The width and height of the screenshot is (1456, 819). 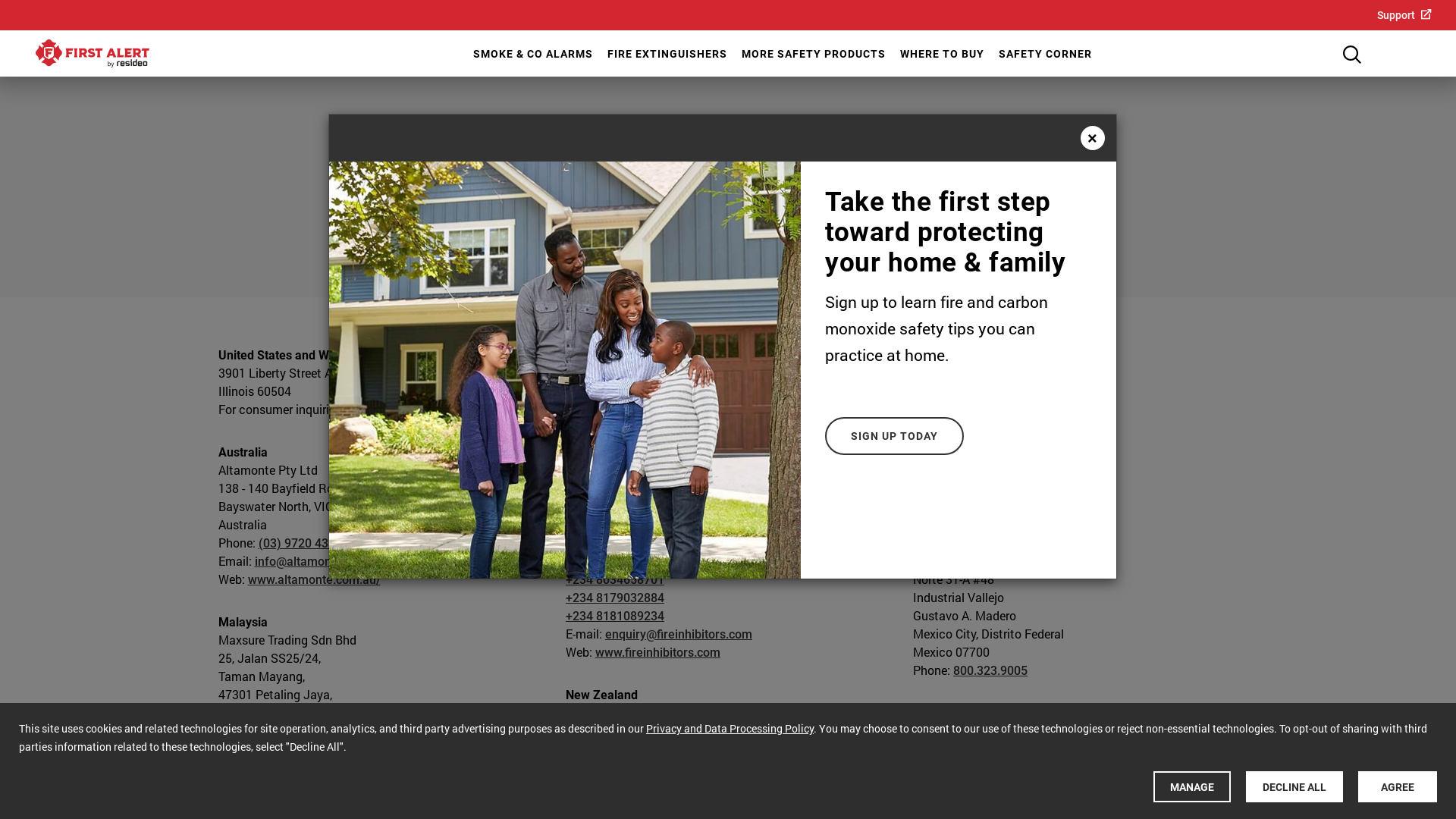 What do you see at coordinates (604, 52) in the screenshot?
I see `'FIRE EXTINGUISHERS'` at bounding box center [604, 52].